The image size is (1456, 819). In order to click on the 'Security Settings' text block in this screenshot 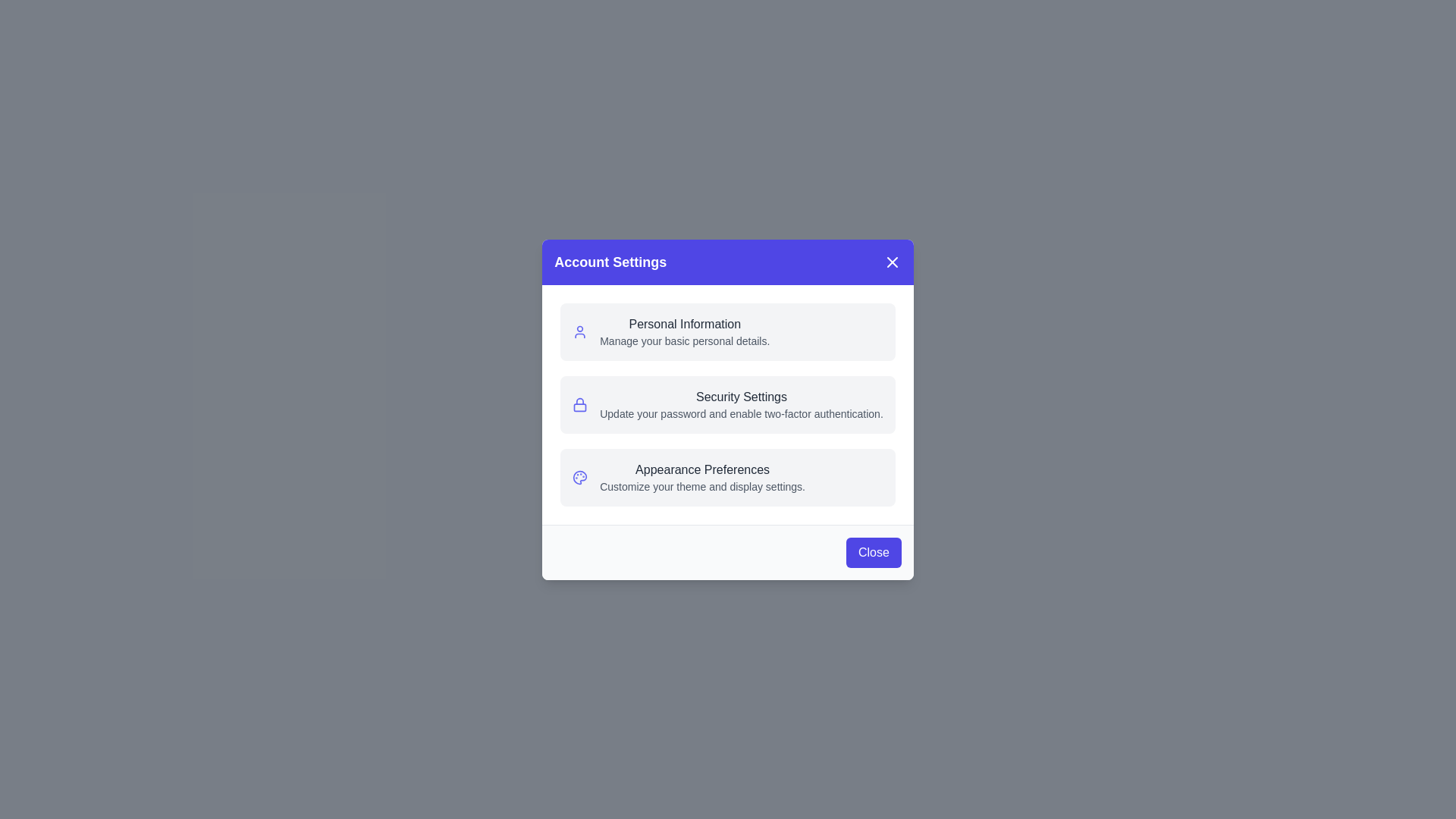, I will do `click(742, 403)`.